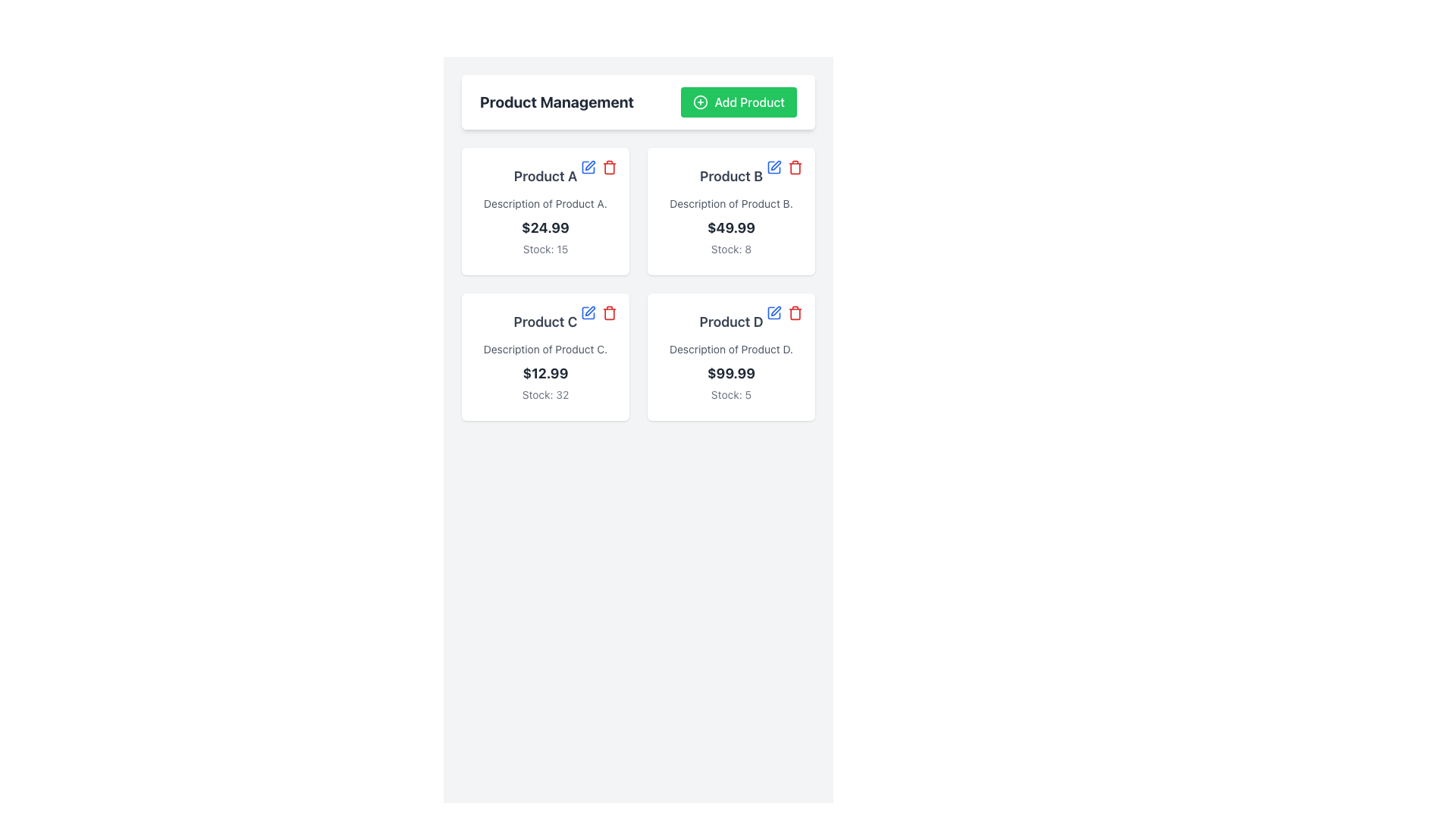 The image size is (1456, 819). Describe the element at coordinates (774, 312) in the screenshot. I see `the blue pen icon in the top right corner of the 'Product D' card` at that location.